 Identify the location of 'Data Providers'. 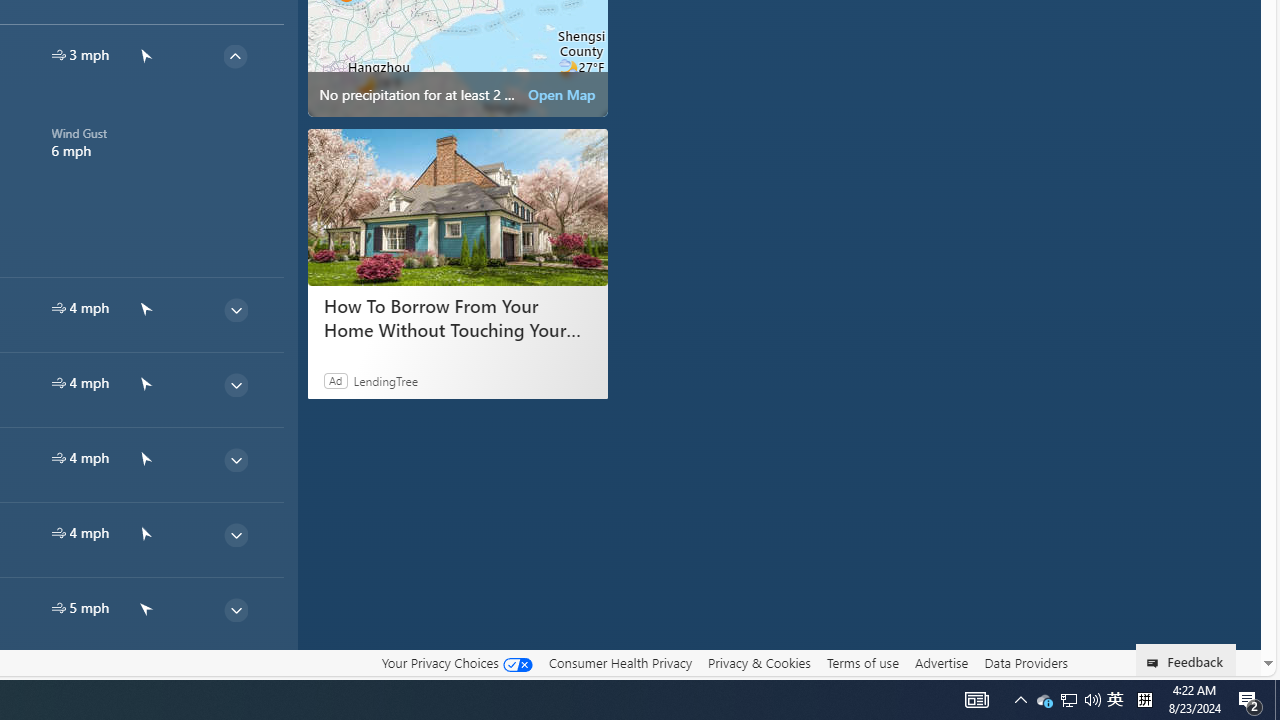
(1025, 662).